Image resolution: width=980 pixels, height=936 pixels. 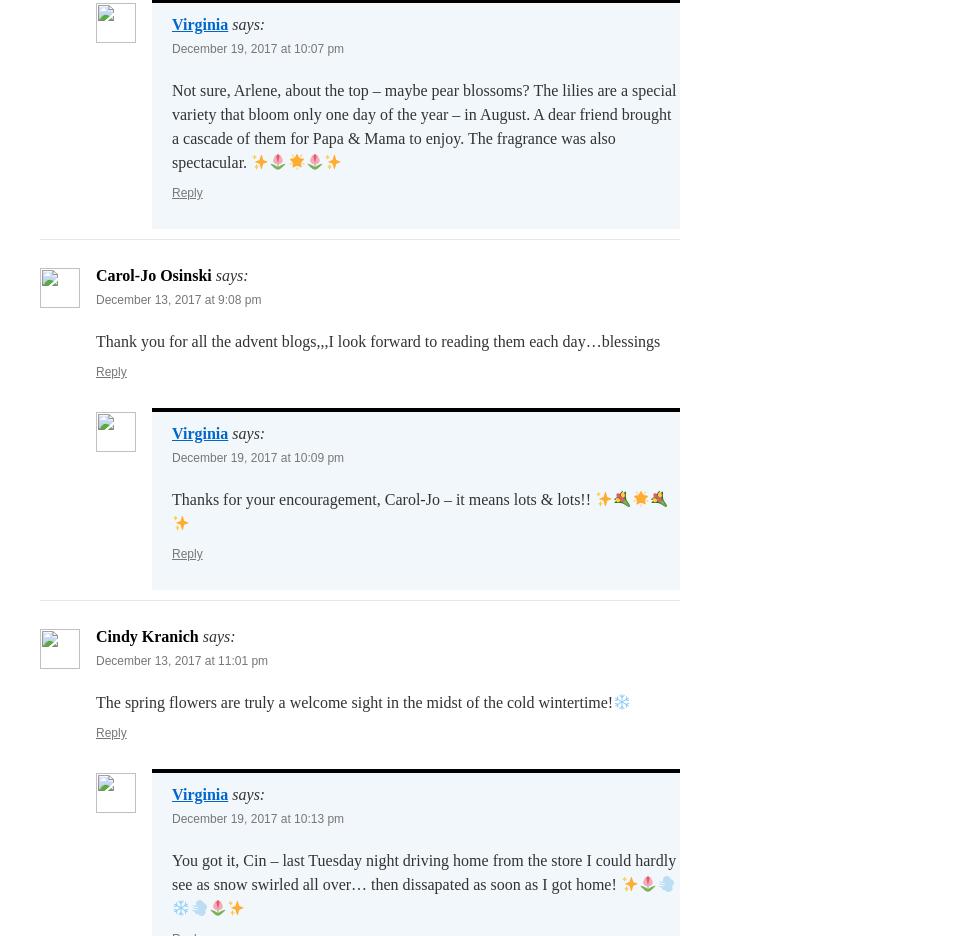 What do you see at coordinates (258, 818) in the screenshot?
I see `'December 19, 2017 at 10:13 pm'` at bounding box center [258, 818].